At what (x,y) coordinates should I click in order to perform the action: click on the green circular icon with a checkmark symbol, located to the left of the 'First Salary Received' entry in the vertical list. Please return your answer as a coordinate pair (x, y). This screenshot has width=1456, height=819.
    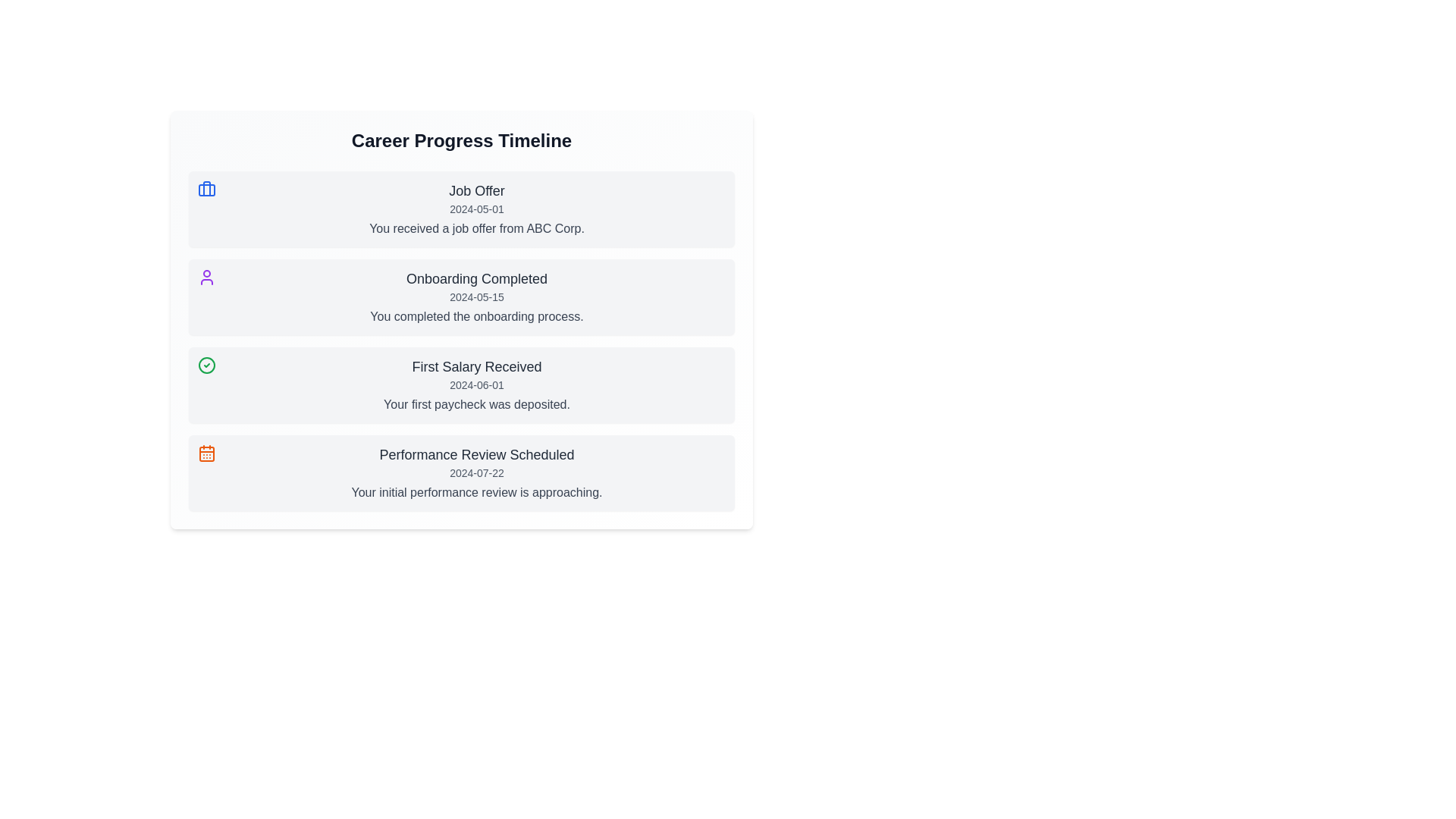
    Looking at the image, I should click on (206, 366).